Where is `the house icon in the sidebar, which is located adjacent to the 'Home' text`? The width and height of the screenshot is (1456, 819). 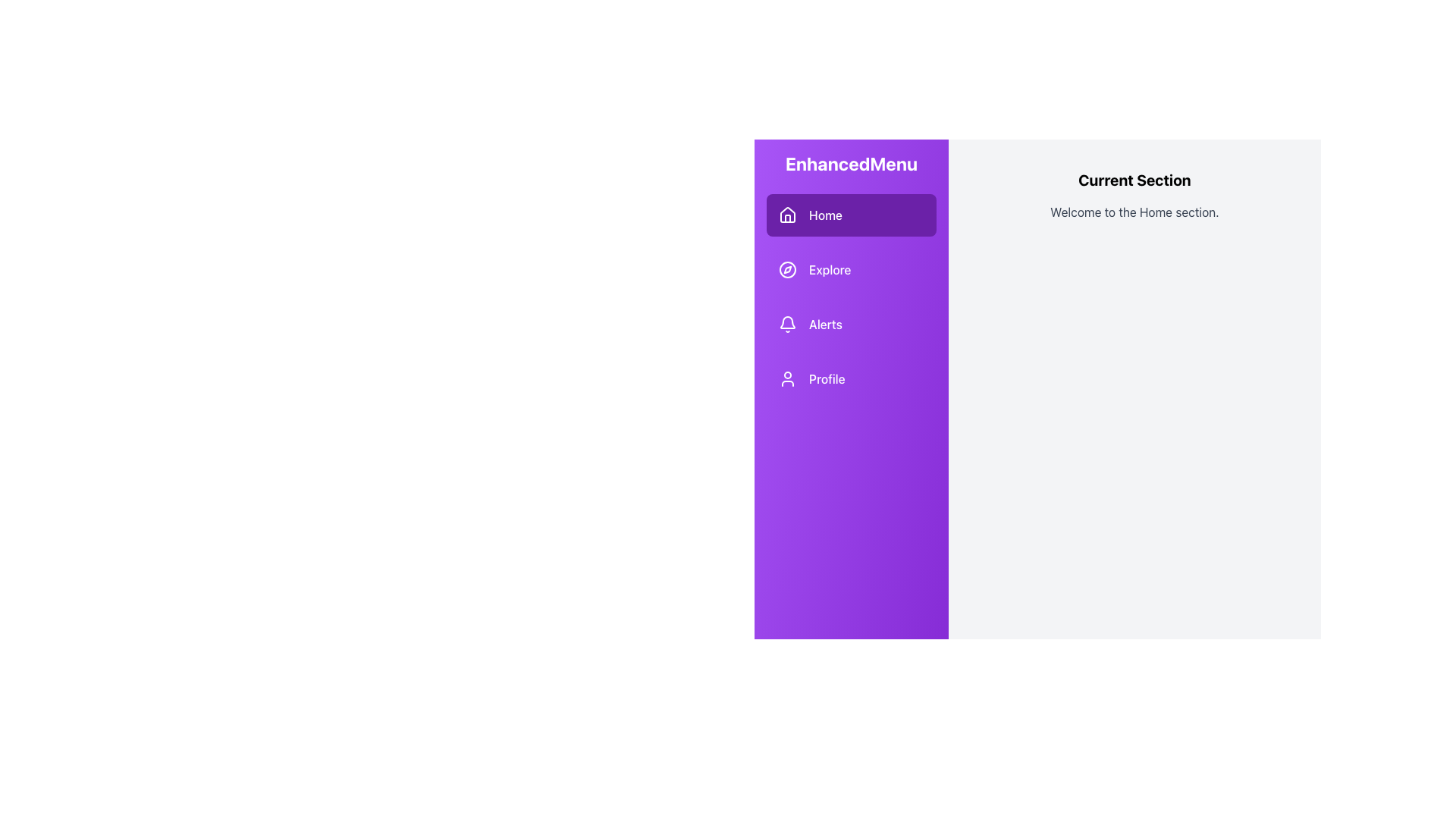
the house icon in the sidebar, which is located adjacent to the 'Home' text is located at coordinates (787, 215).